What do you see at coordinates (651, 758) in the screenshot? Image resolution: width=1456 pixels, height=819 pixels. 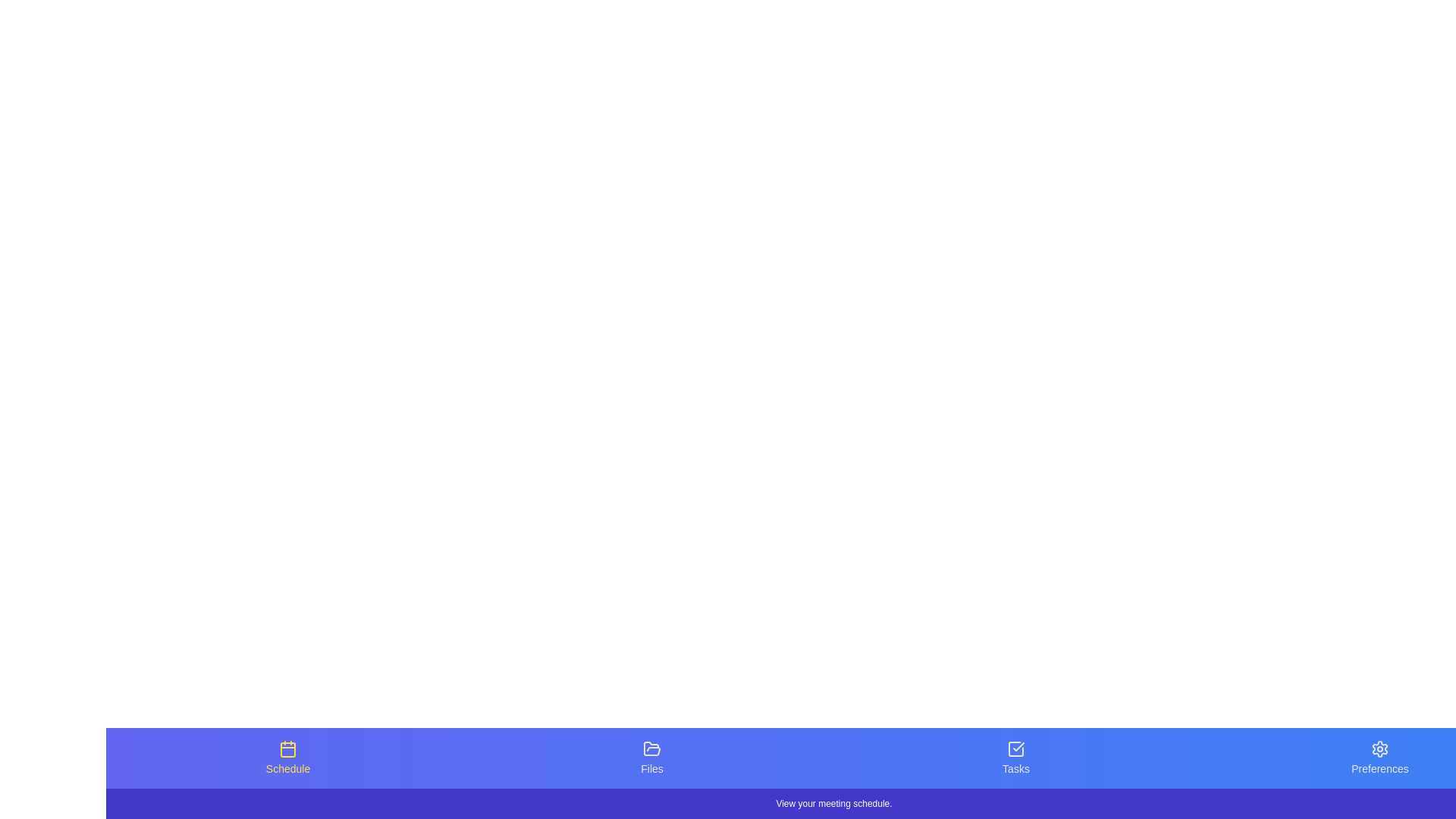 I see `the tab icon labeled Files to see its hover effect` at bounding box center [651, 758].